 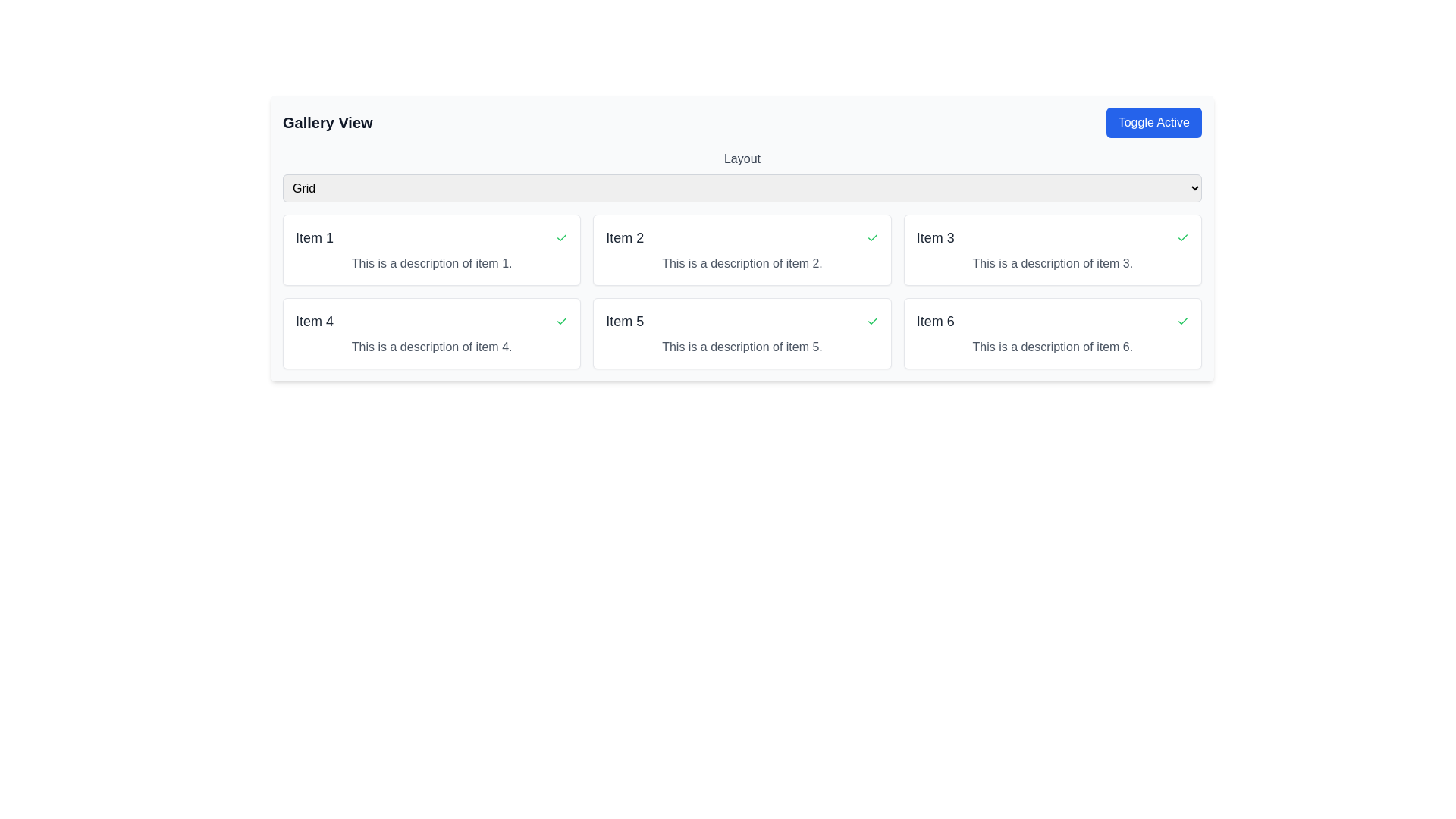 What do you see at coordinates (561, 321) in the screenshot?
I see `the status indicated by the checkmark icon located on the right side of the 'Item 4' section in the second row of the grid layout` at bounding box center [561, 321].